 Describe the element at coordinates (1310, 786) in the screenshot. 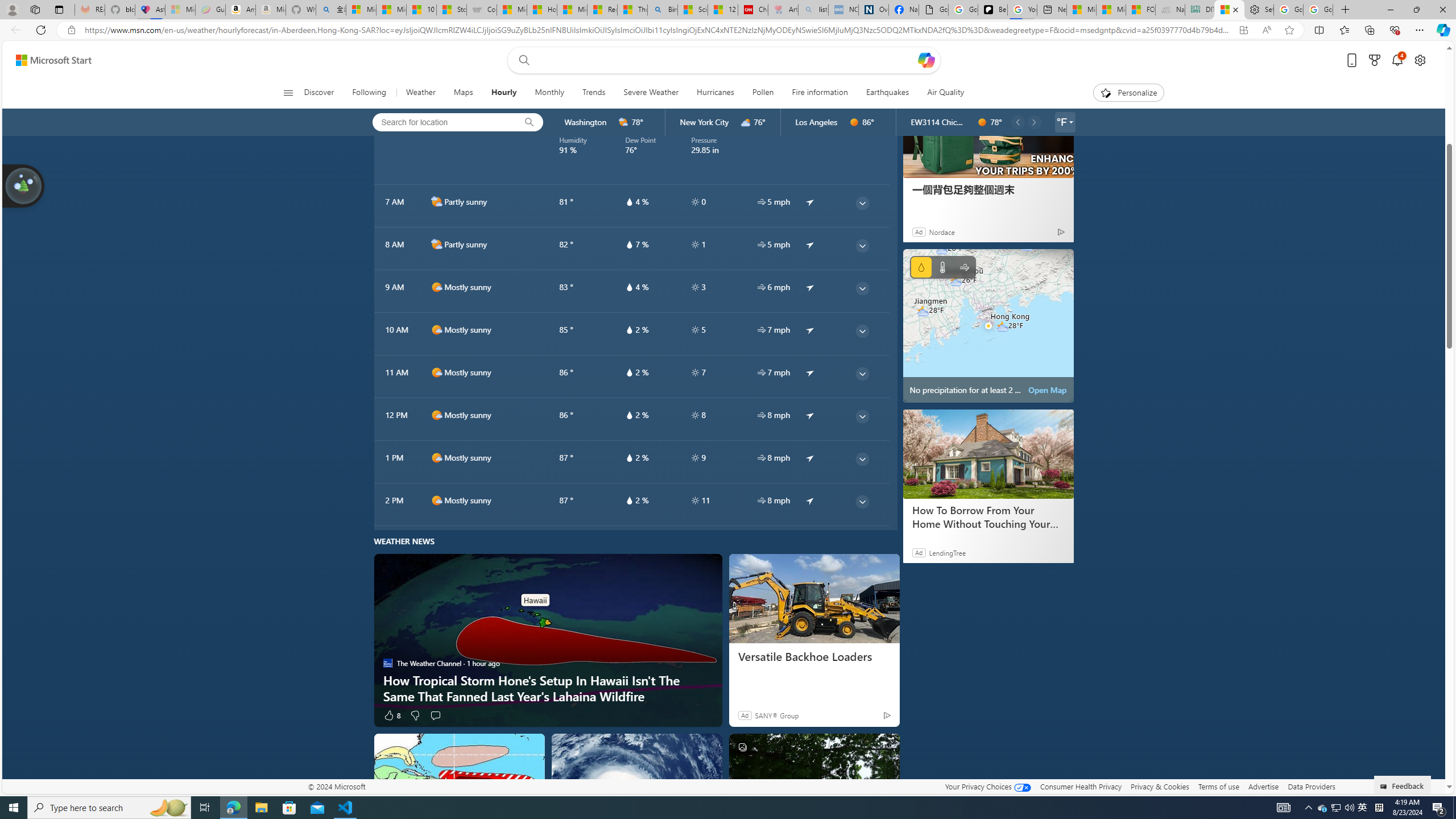

I see `'Data Providers'` at that location.